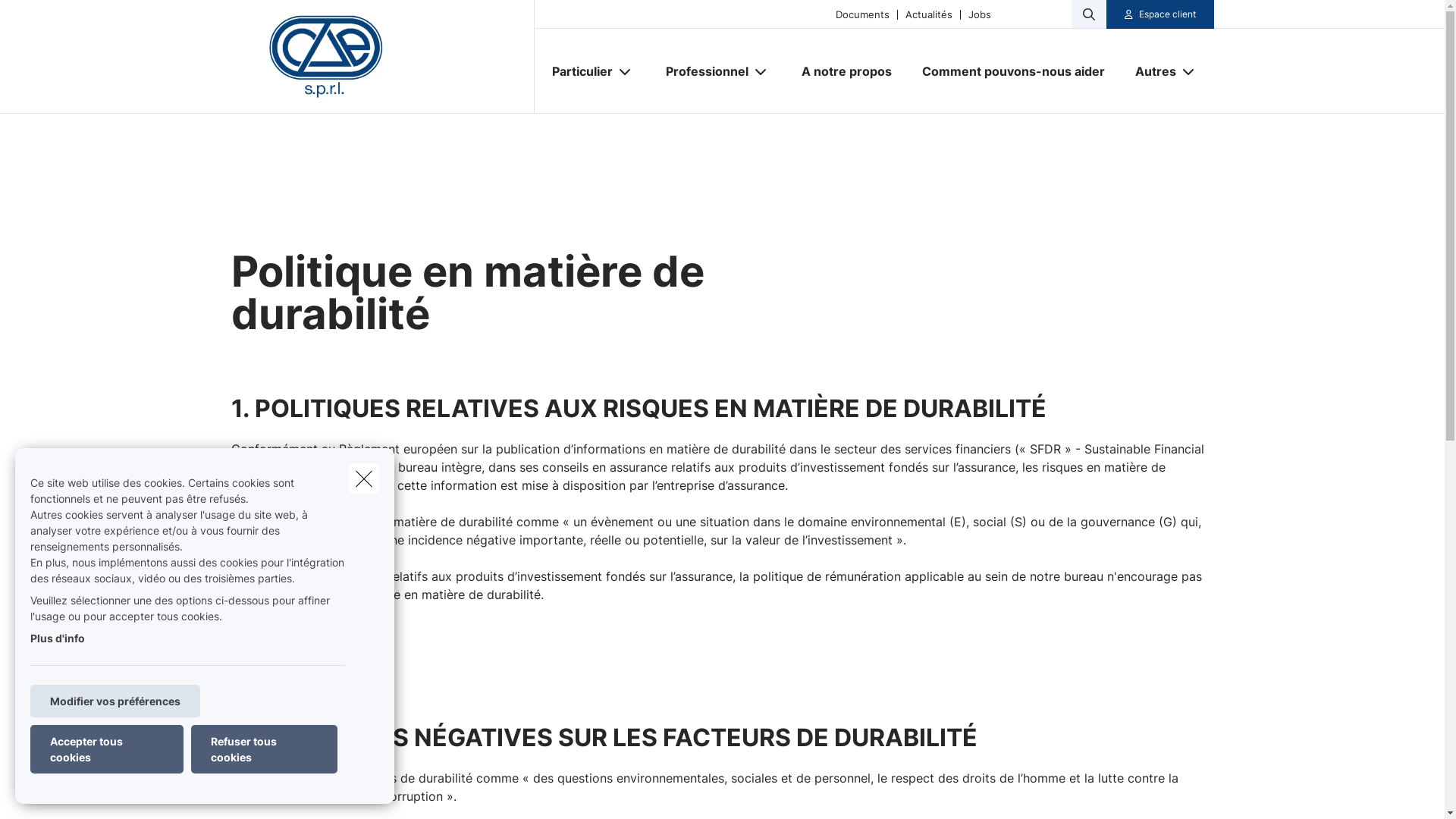 The width and height of the screenshot is (1456, 819). I want to click on 'Documents', so click(862, 14).